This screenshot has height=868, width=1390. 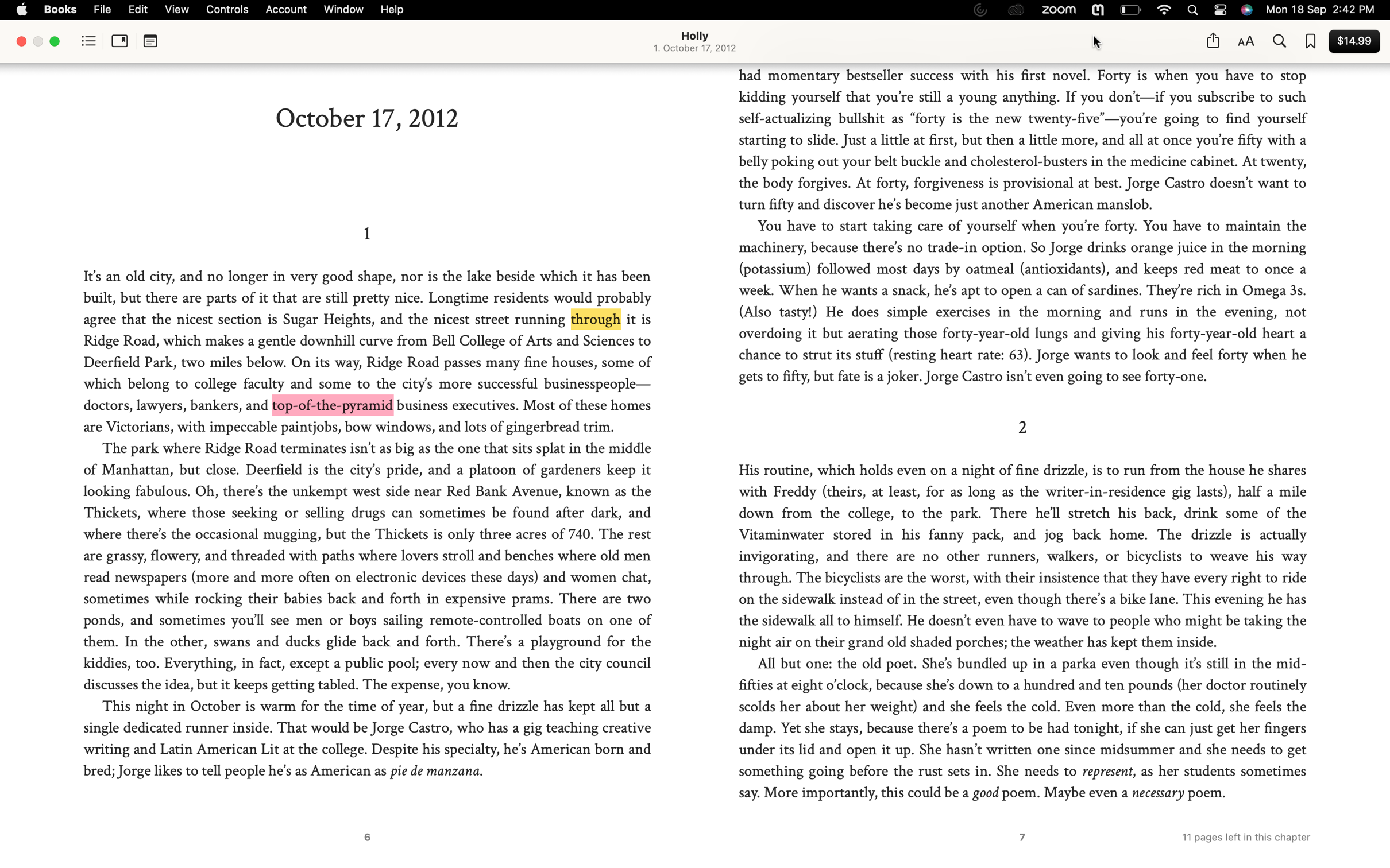 I want to click on the use of "handsome" in the book, so click(x=1278, y=42).